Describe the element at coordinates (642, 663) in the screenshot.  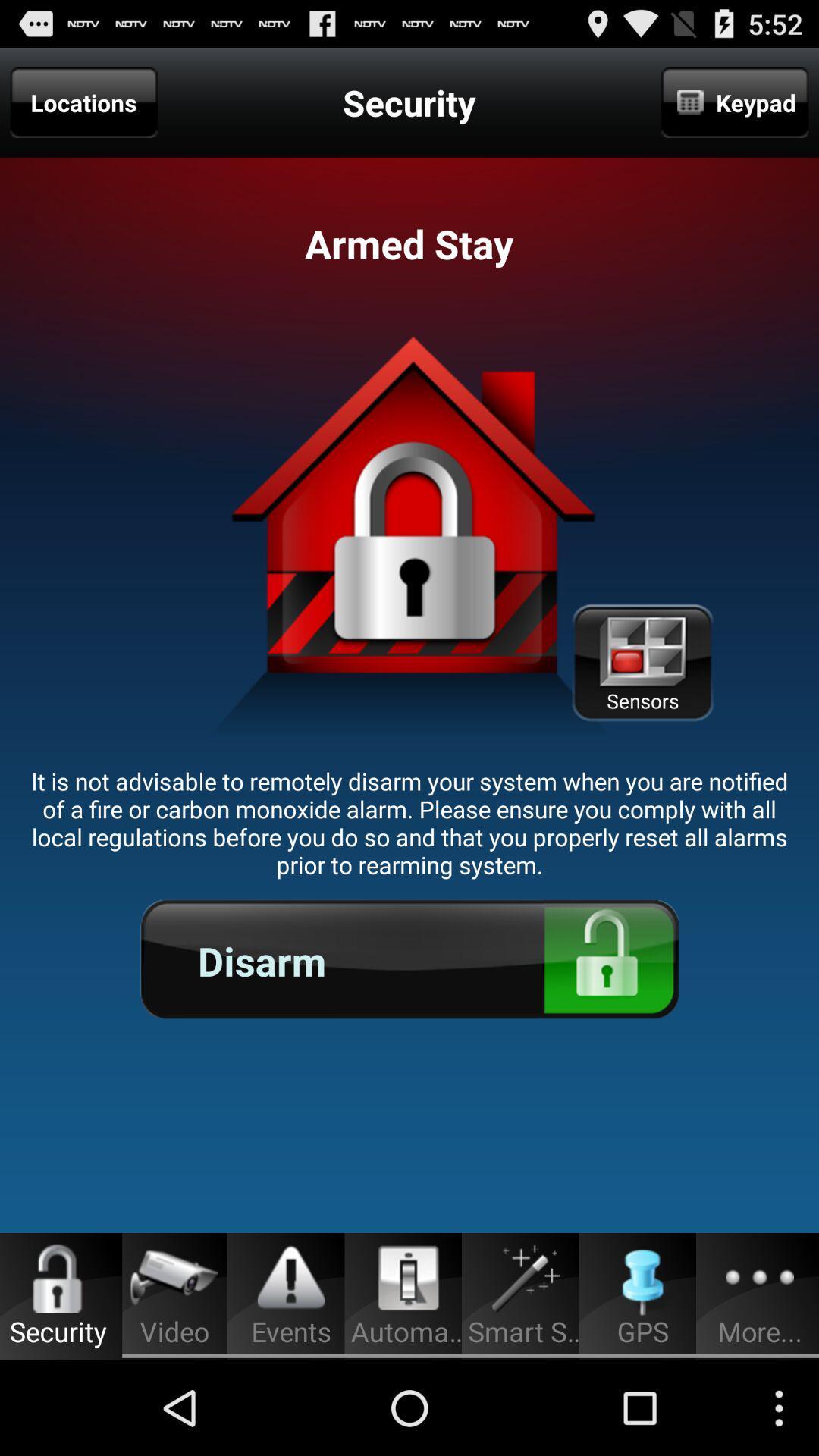
I see `sensors` at that location.